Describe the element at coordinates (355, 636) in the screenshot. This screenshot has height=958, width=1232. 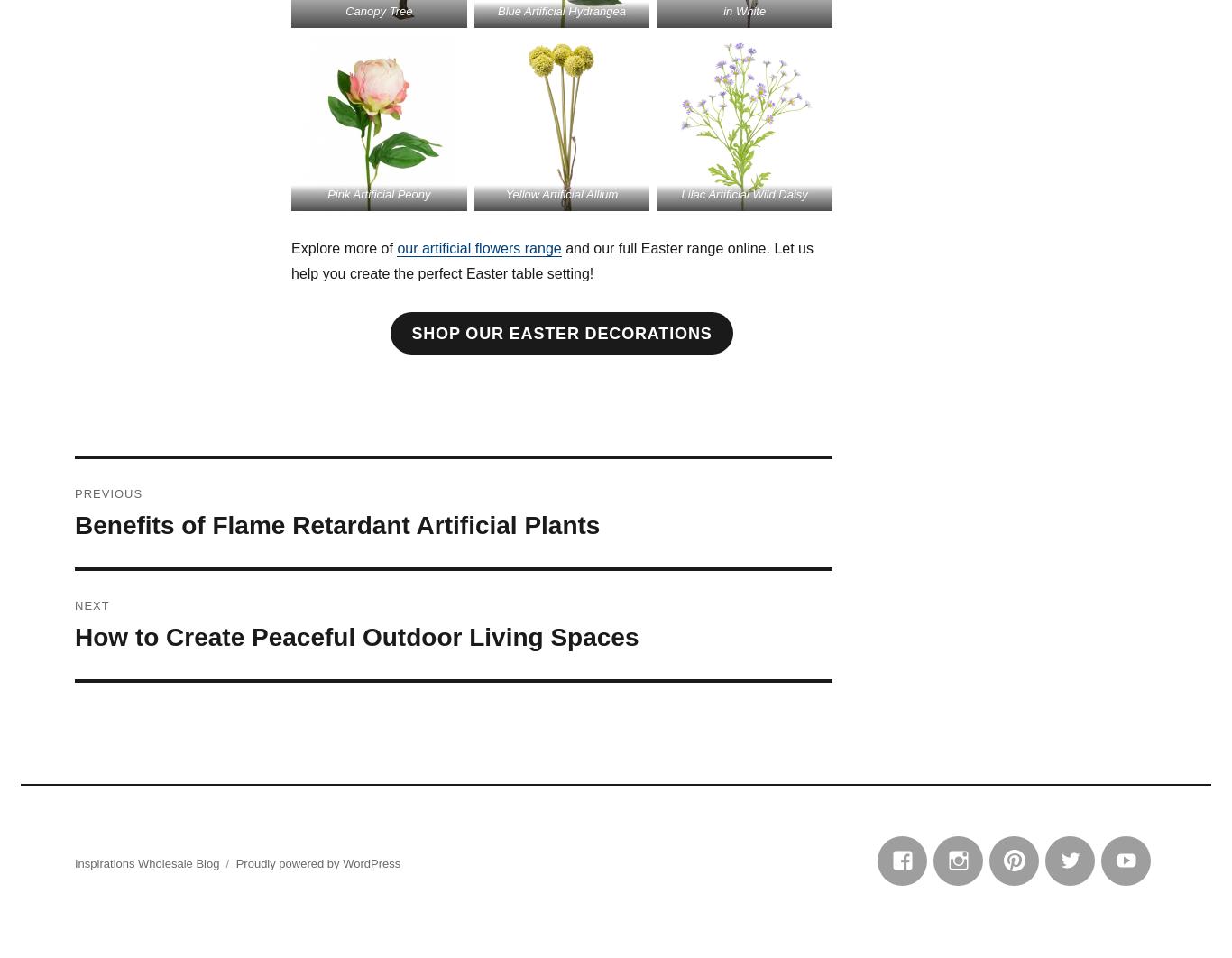
I see `'How to Create Peaceful Outdoor Living Spaces'` at that location.